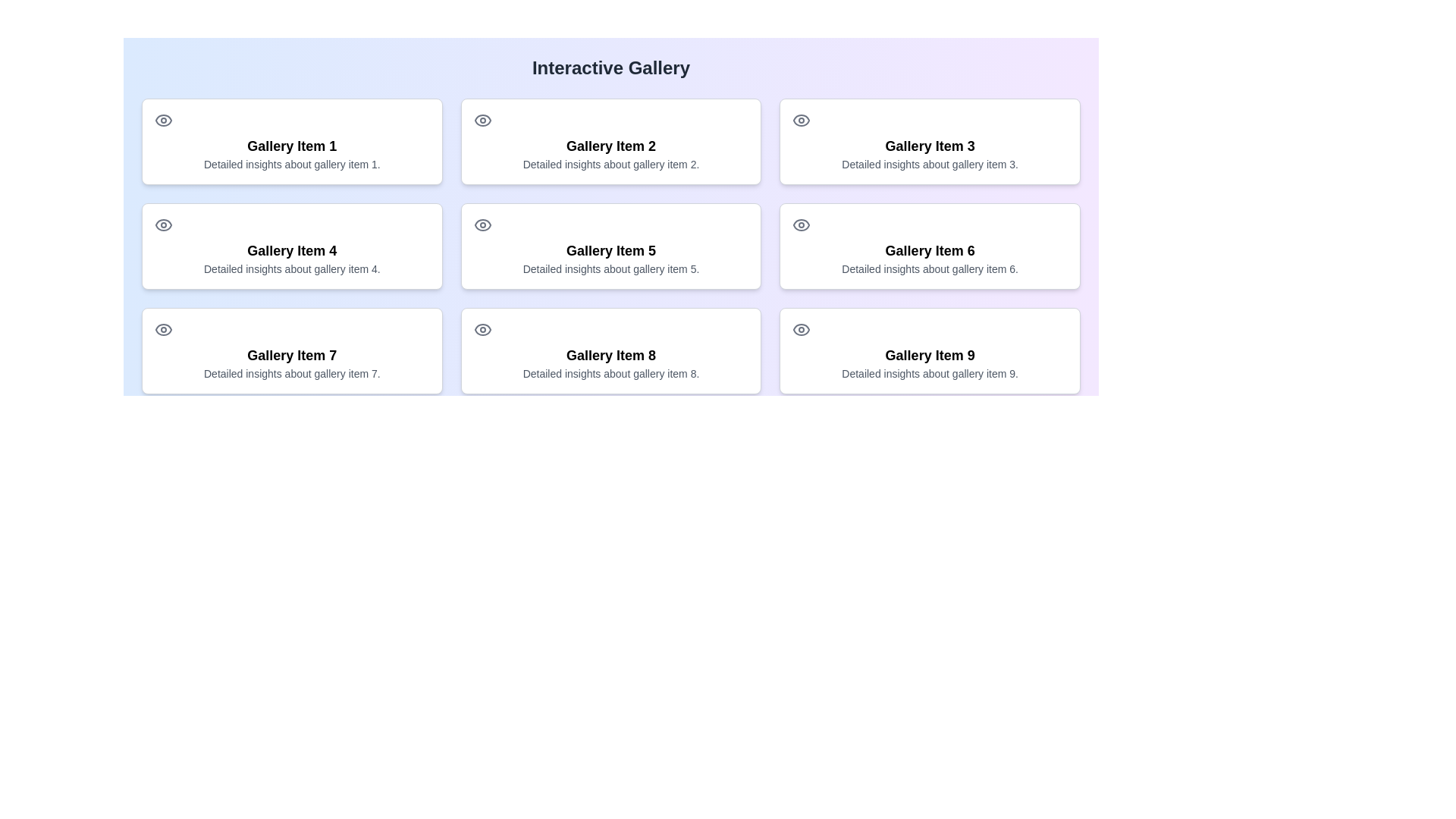 The width and height of the screenshot is (1456, 819). What do you see at coordinates (929, 268) in the screenshot?
I see `the text element that provides detailed insights about 'Gallery Item 6', located beneath the card's title text in the middle column of the second row of the gallery grid` at bounding box center [929, 268].